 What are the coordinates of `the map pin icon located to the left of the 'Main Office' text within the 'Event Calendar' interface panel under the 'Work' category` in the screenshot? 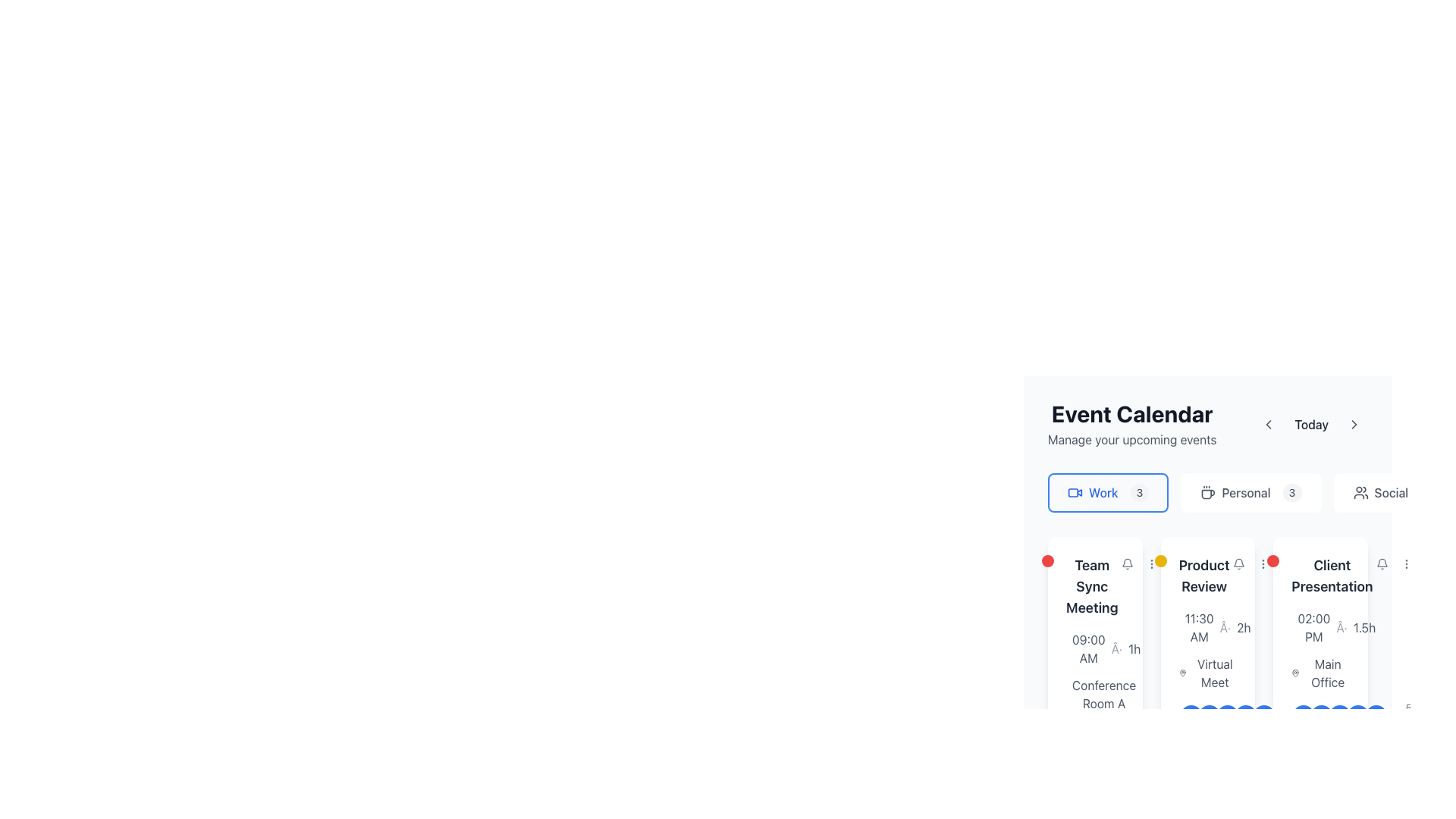 It's located at (1294, 672).